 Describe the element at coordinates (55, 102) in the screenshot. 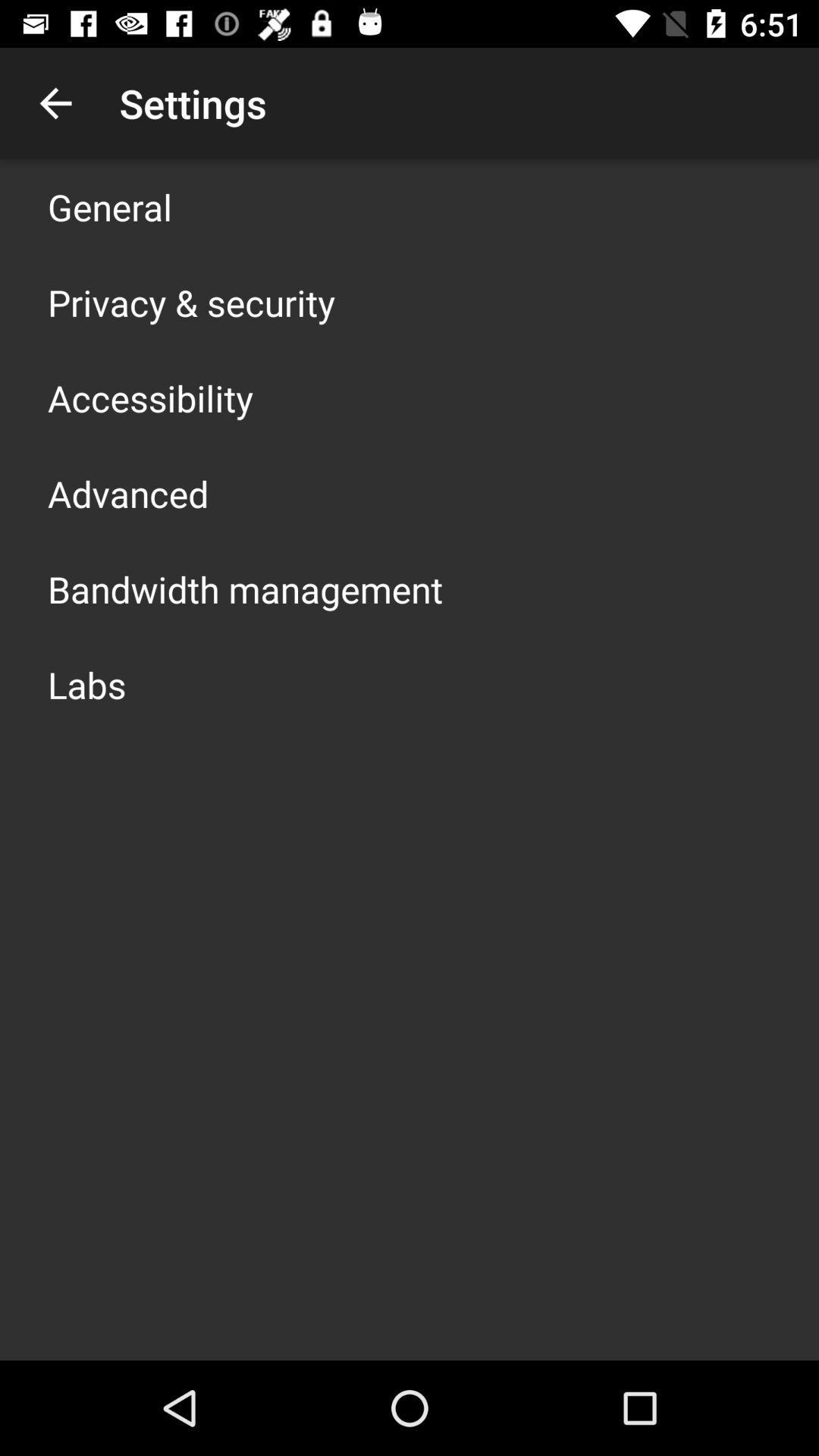

I see `app above general icon` at that location.